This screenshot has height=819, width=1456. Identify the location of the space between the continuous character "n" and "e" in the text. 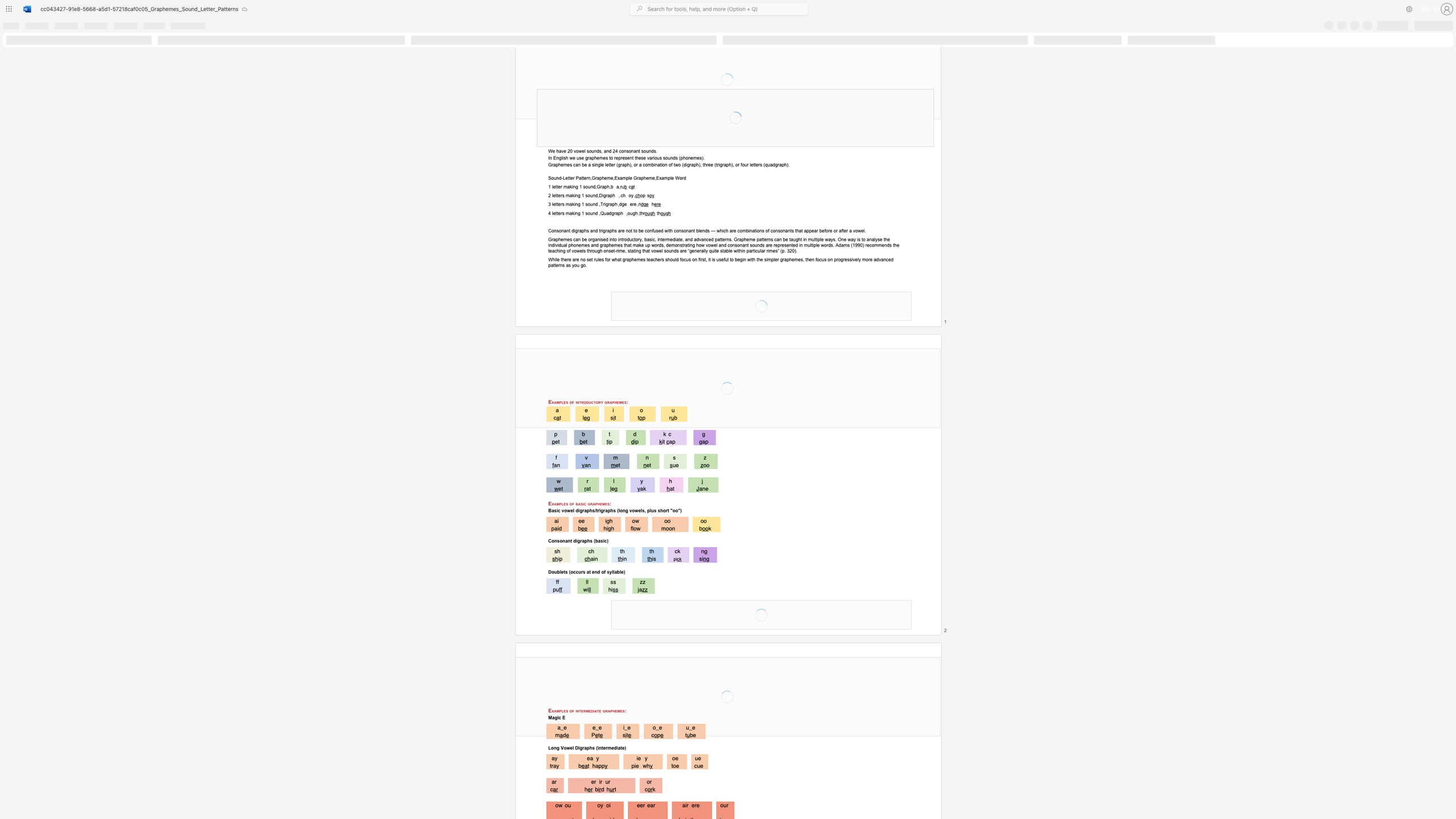
(691, 157).